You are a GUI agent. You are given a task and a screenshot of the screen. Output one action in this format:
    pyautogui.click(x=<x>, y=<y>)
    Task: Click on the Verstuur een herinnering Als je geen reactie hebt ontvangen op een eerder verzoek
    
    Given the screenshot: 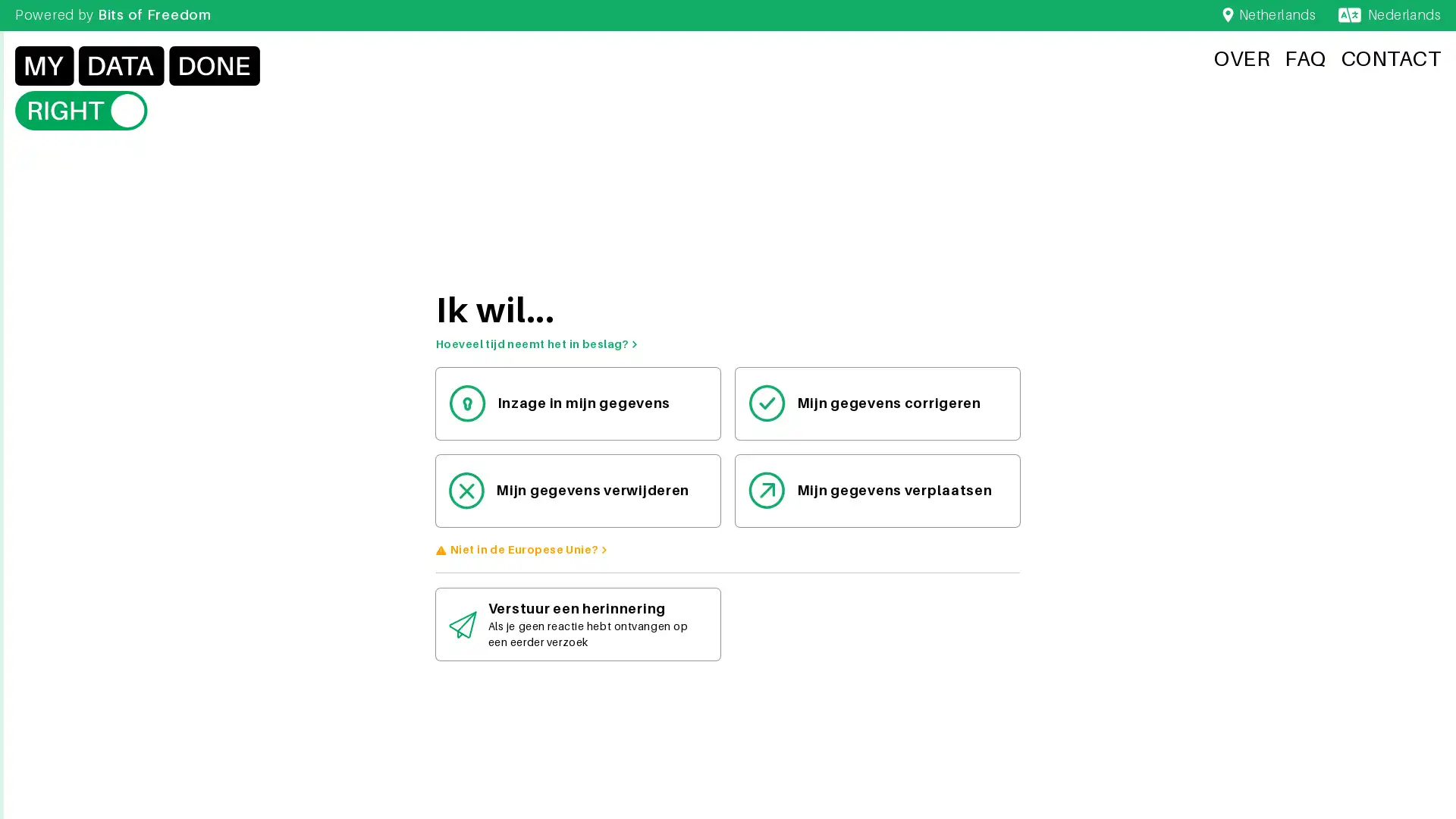 What is the action you would take?
    pyautogui.click(x=577, y=624)
    